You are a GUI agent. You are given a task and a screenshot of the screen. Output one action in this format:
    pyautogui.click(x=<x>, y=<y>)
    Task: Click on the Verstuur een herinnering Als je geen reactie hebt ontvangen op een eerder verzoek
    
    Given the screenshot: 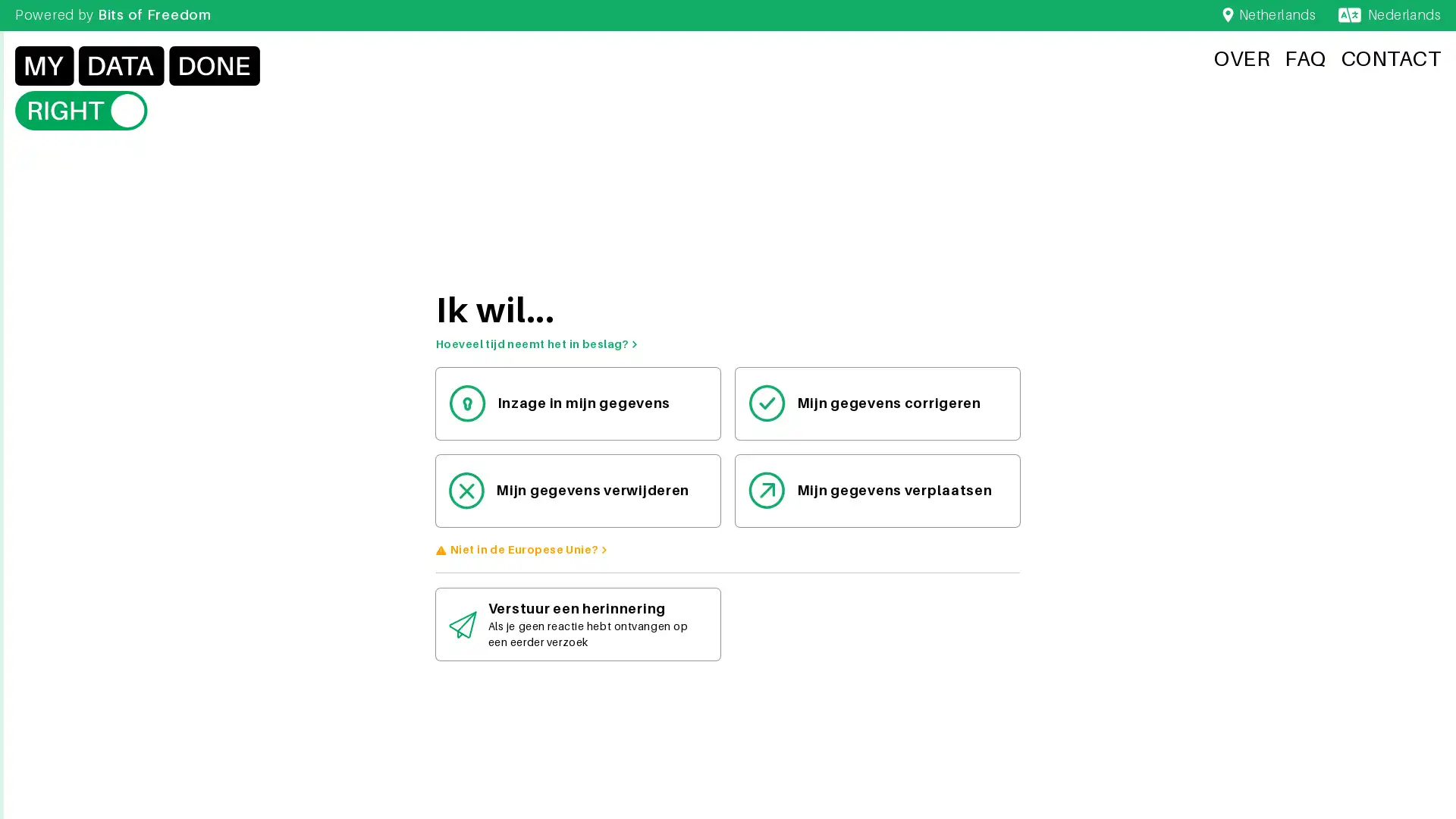 What is the action you would take?
    pyautogui.click(x=577, y=624)
    